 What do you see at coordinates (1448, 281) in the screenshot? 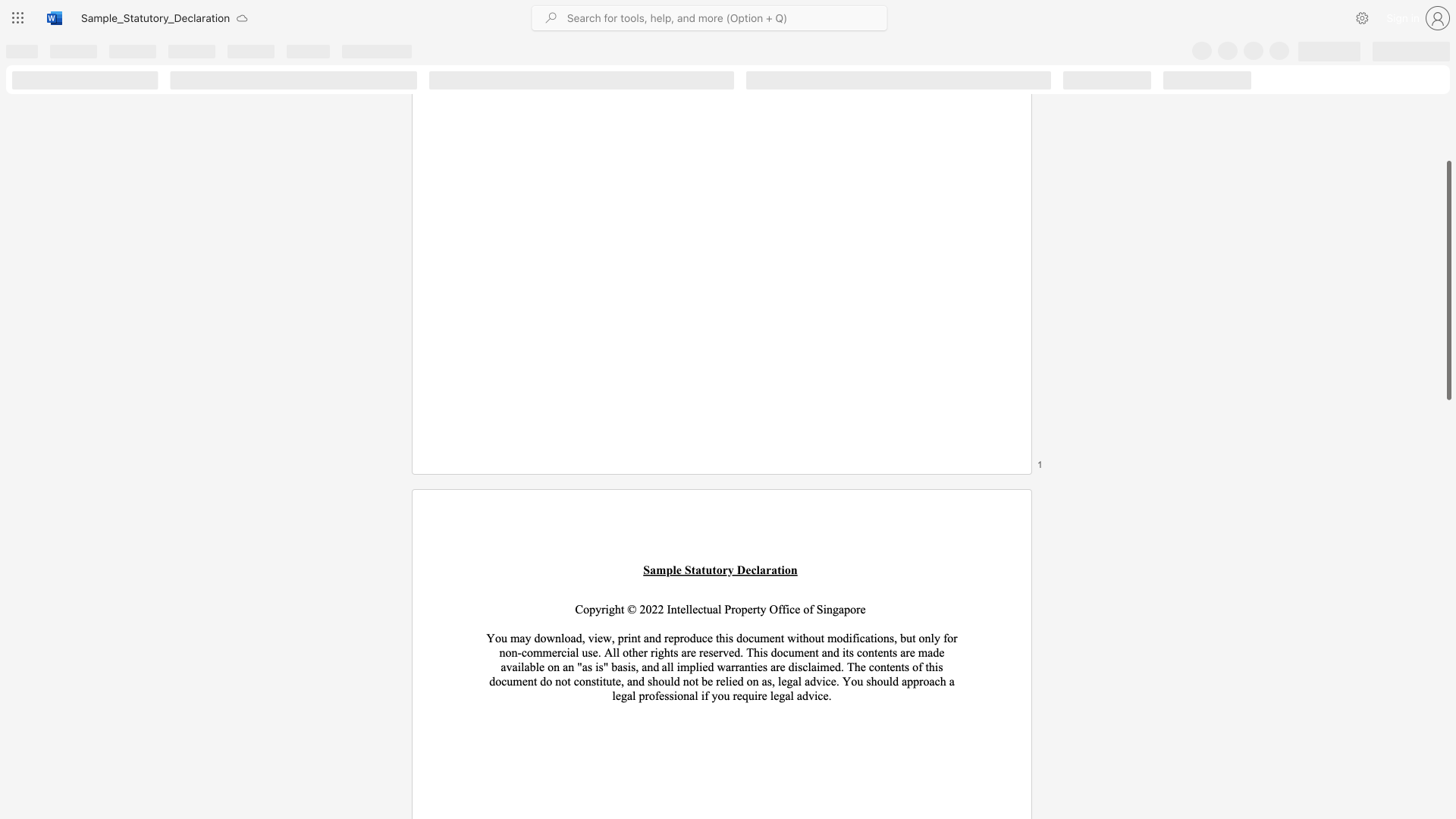
I see `the scrollbar and move down 1040 pixels` at bounding box center [1448, 281].